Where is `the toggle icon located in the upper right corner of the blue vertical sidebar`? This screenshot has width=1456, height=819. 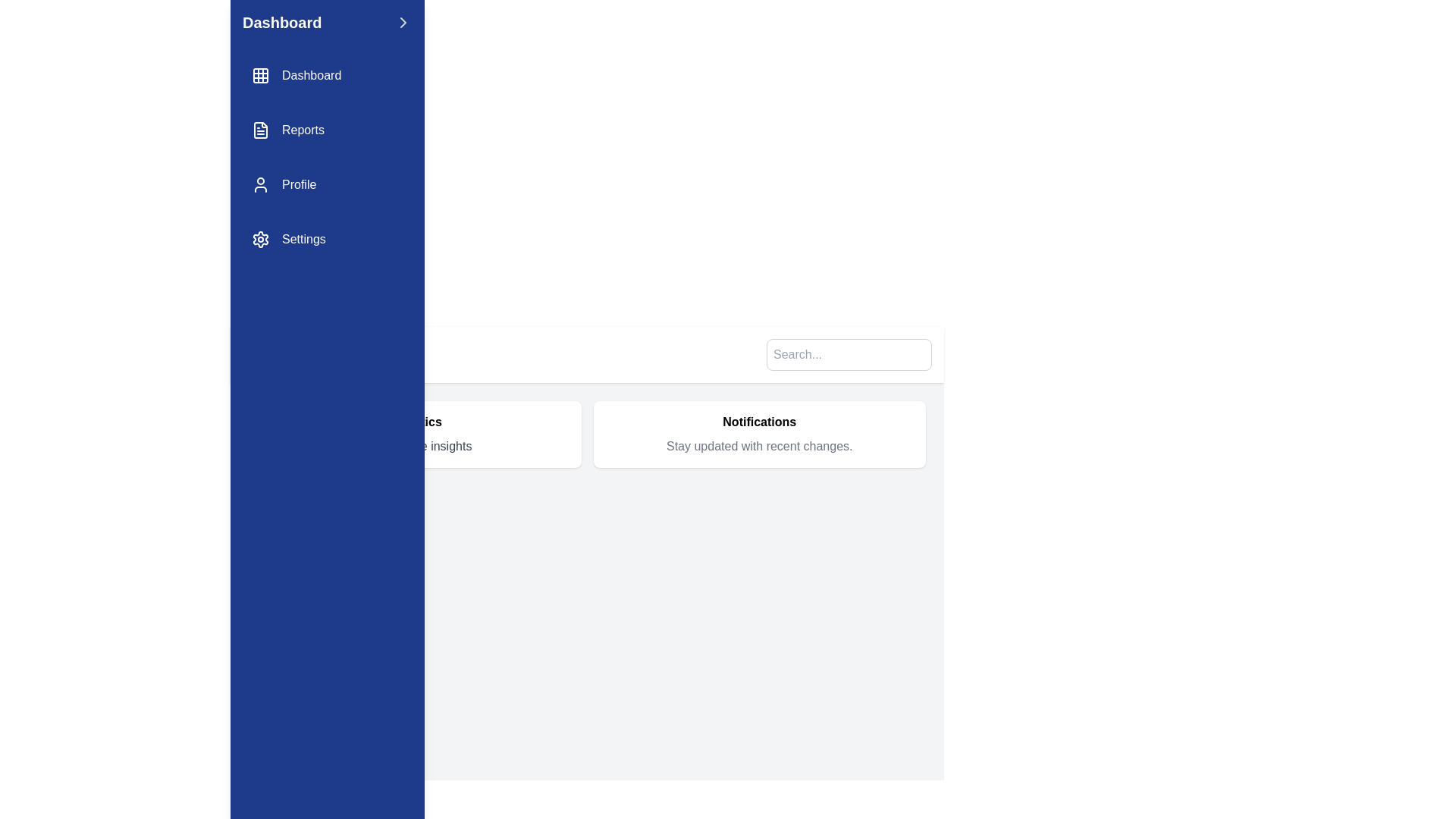 the toggle icon located in the upper right corner of the blue vertical sidebar is located at coordinates (403, 23).